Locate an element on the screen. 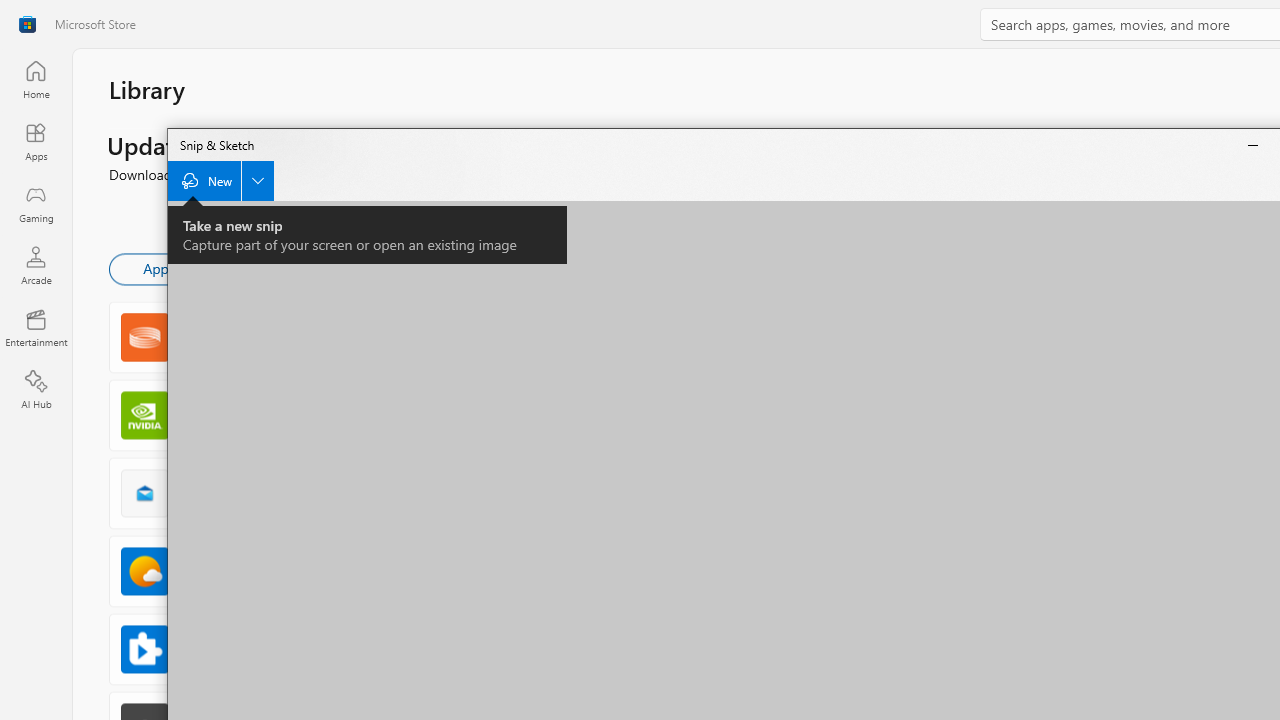 The width and height of the screenshot is (1280, 720). 'Class: Image' is located at coordinates (27, 24).